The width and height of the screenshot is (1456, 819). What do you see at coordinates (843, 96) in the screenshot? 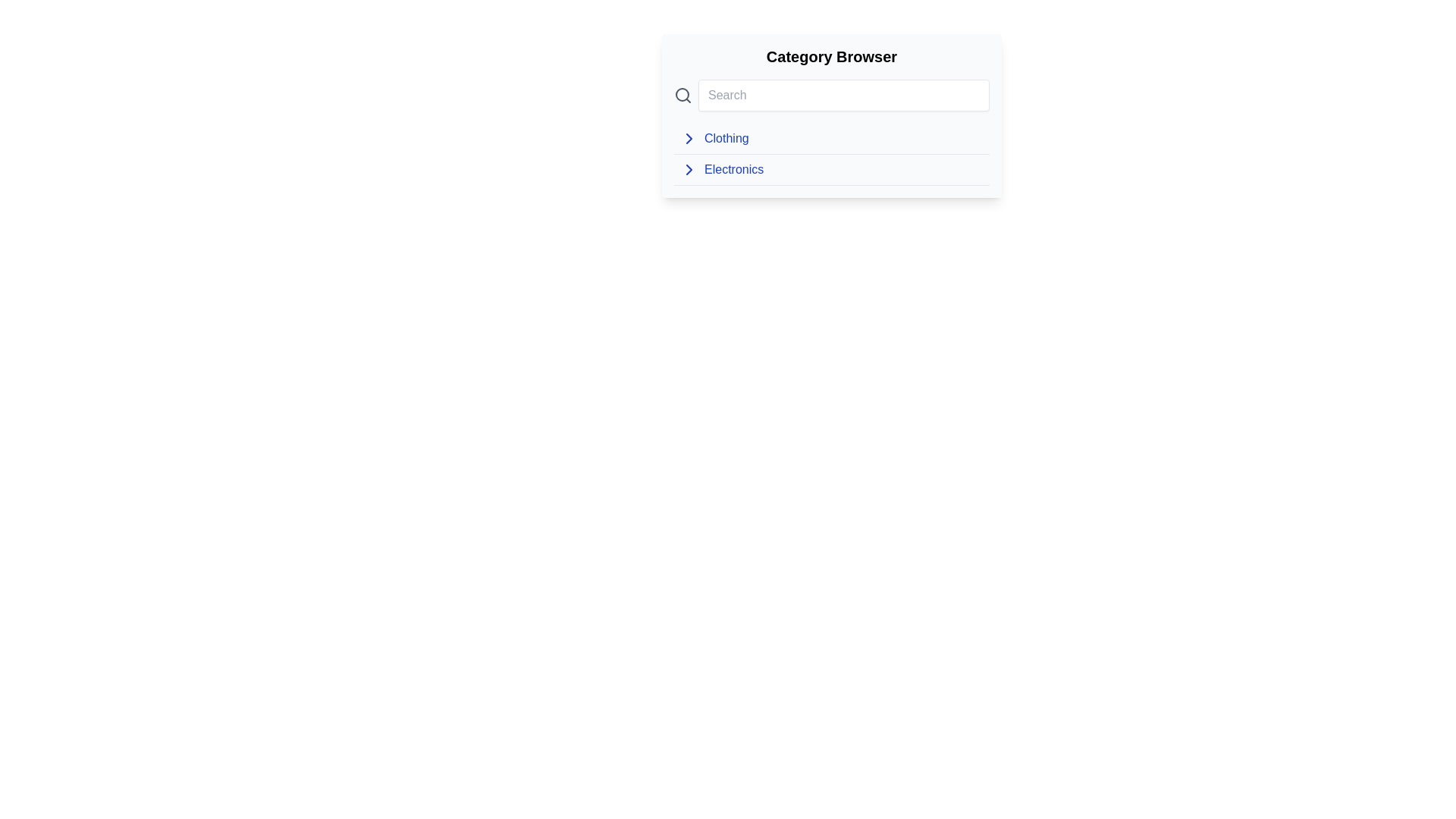
I see `the search input box located within the 'Category Browser' section` at bounding box center [843, 96].